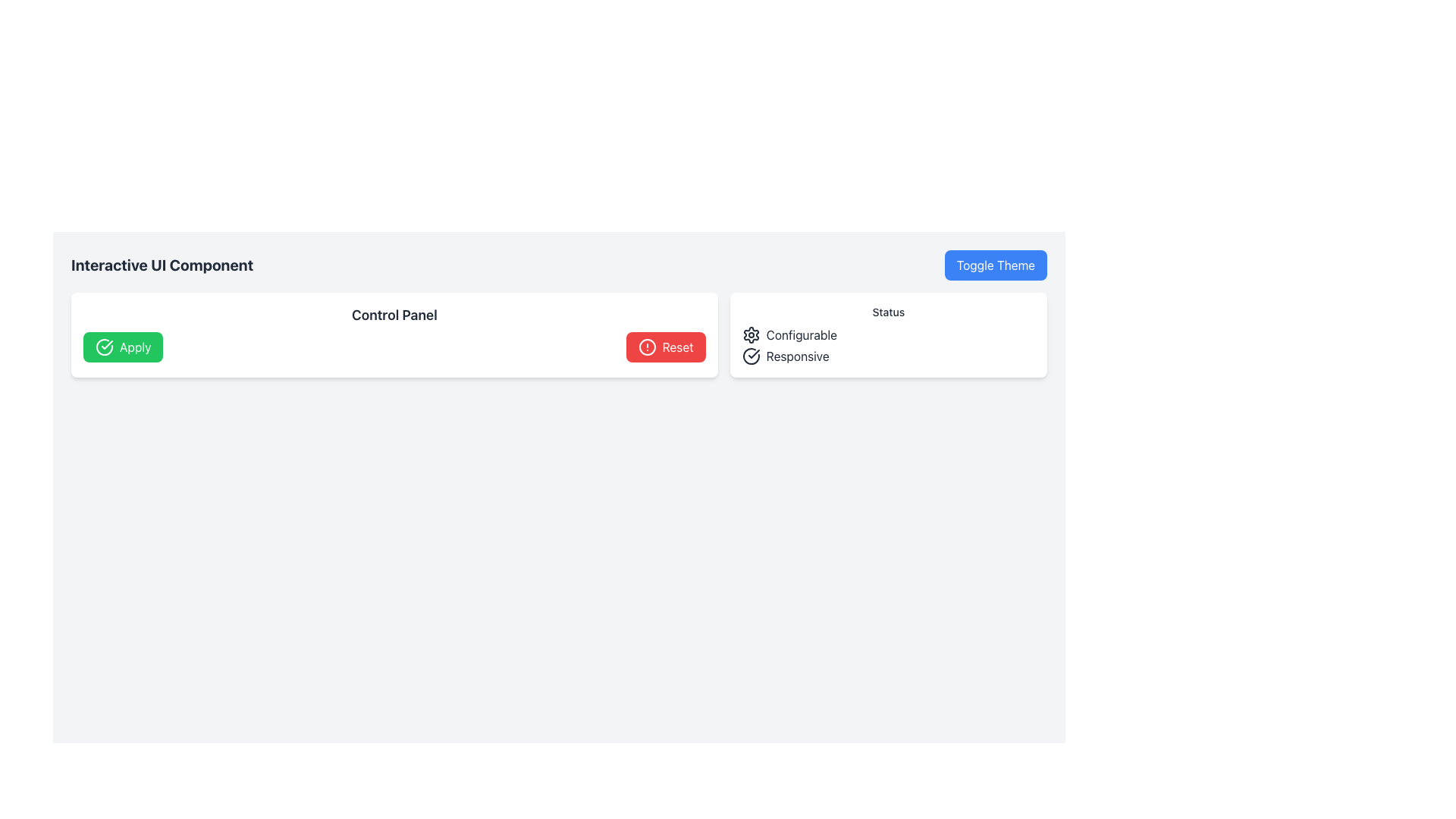 This screenshot has width=1456, height=819. Describe the element at coordinates (751, 334) in the screenshot. I see `the gear icon located at the top-right of the interface within the 'Status' card, adjacent to the 'Configurable' text` at that location.